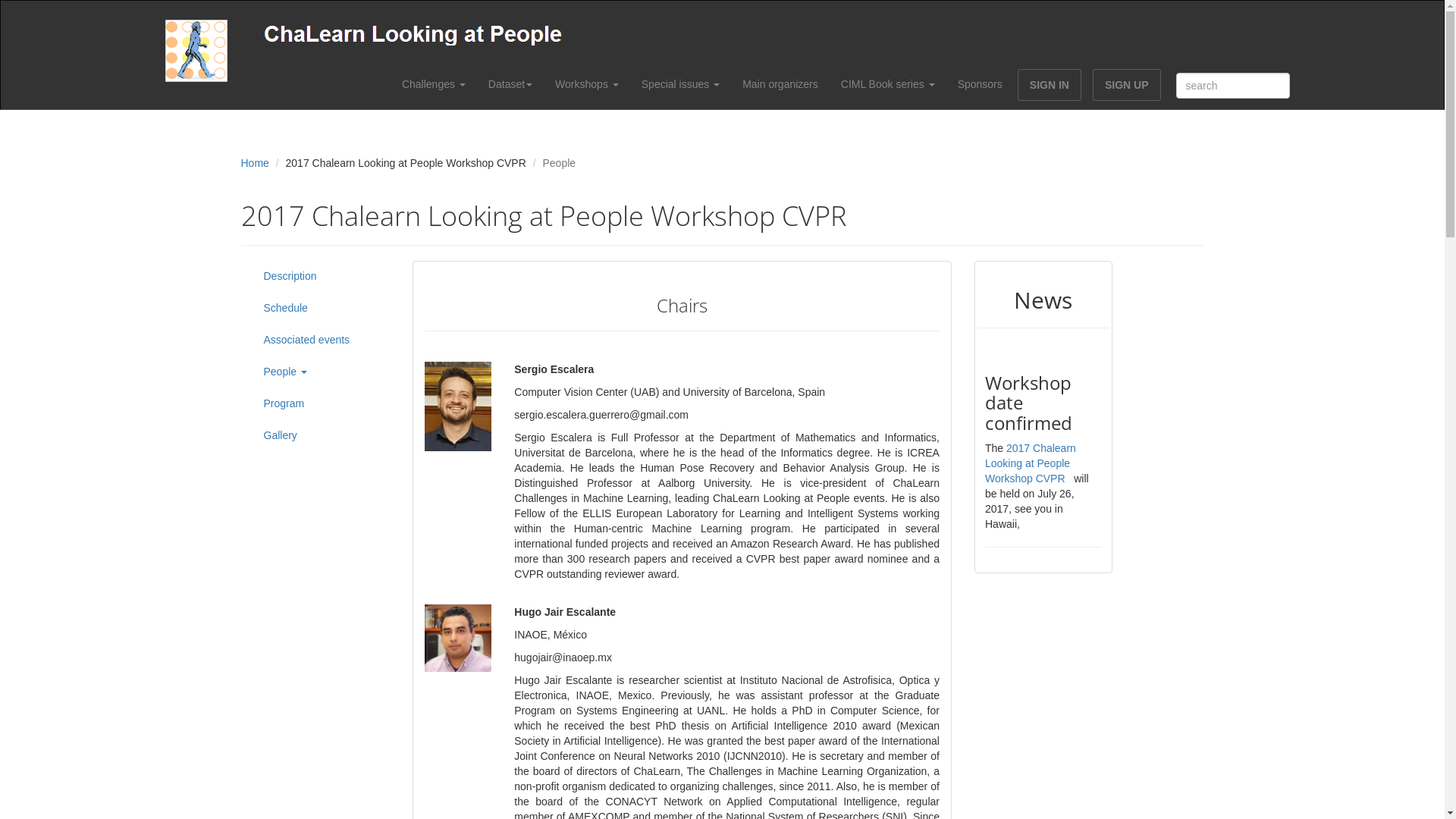 This screenshot has width=1456, height=819. Describe the element at coordinates (510, 84) in the screenshot. I see `'Dataset'` at that location.